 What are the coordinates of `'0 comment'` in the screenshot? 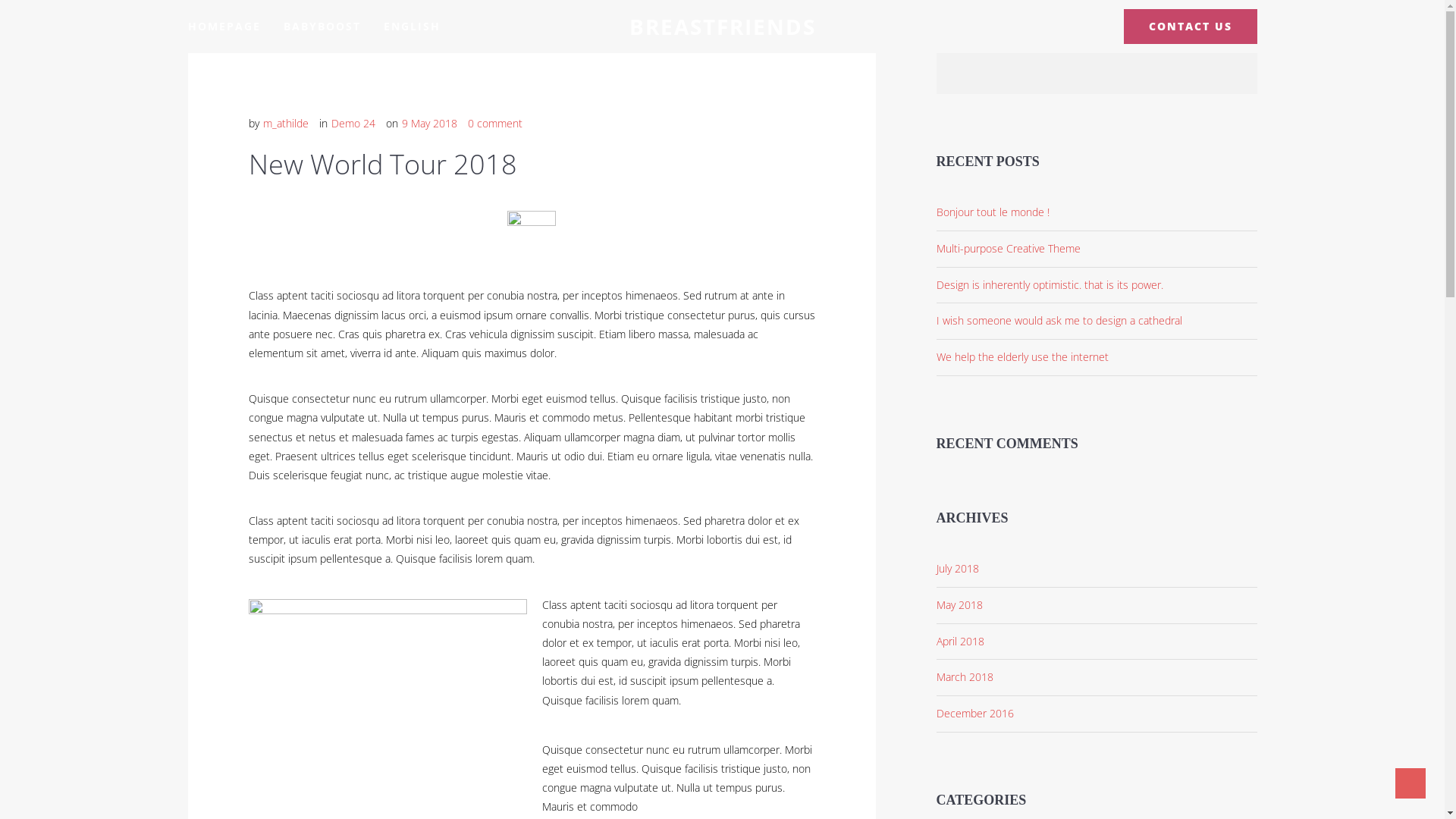 It's located at (494, 122).